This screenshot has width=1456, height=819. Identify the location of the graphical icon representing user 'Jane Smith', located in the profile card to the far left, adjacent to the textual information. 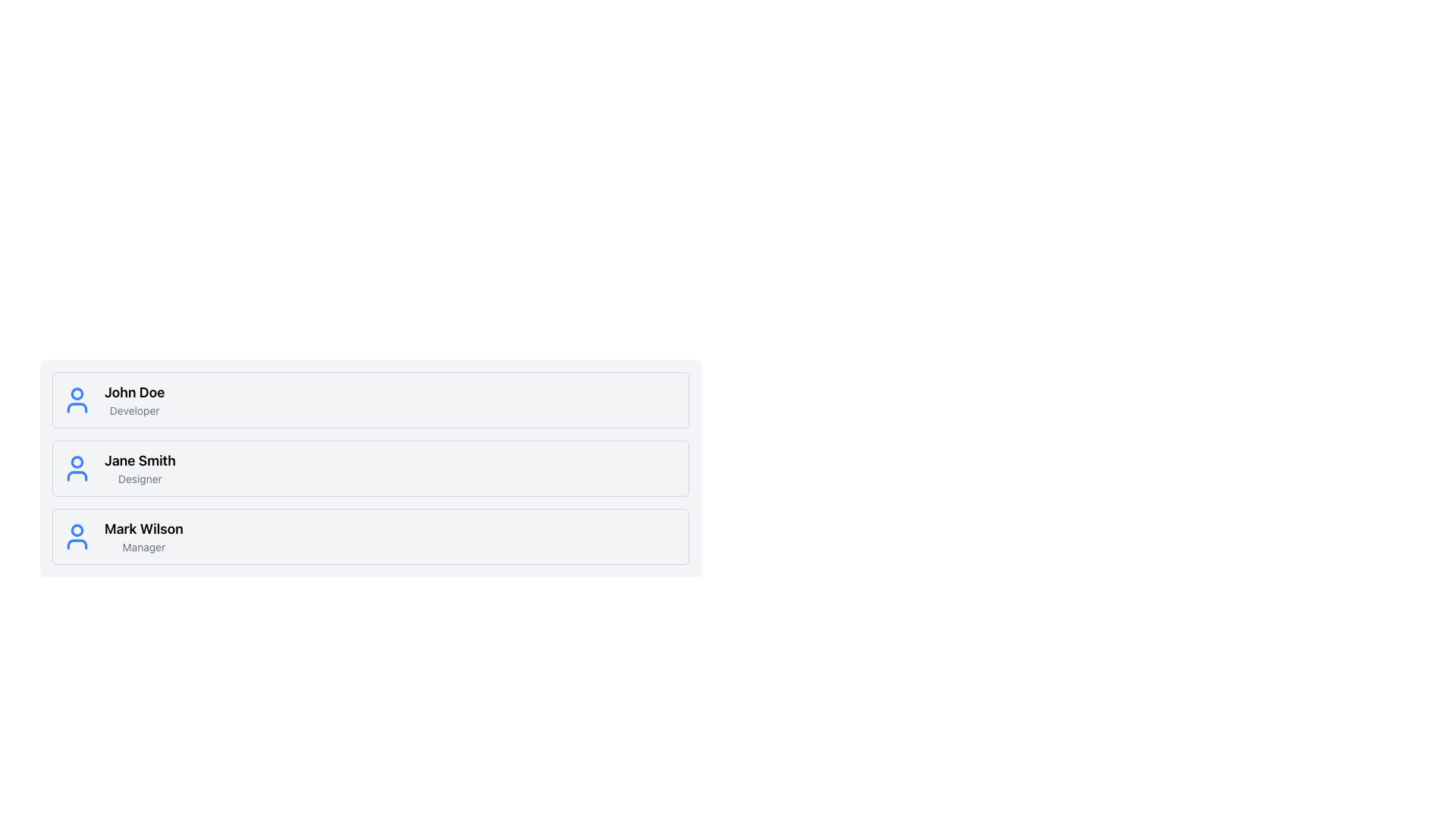
(76, 467).